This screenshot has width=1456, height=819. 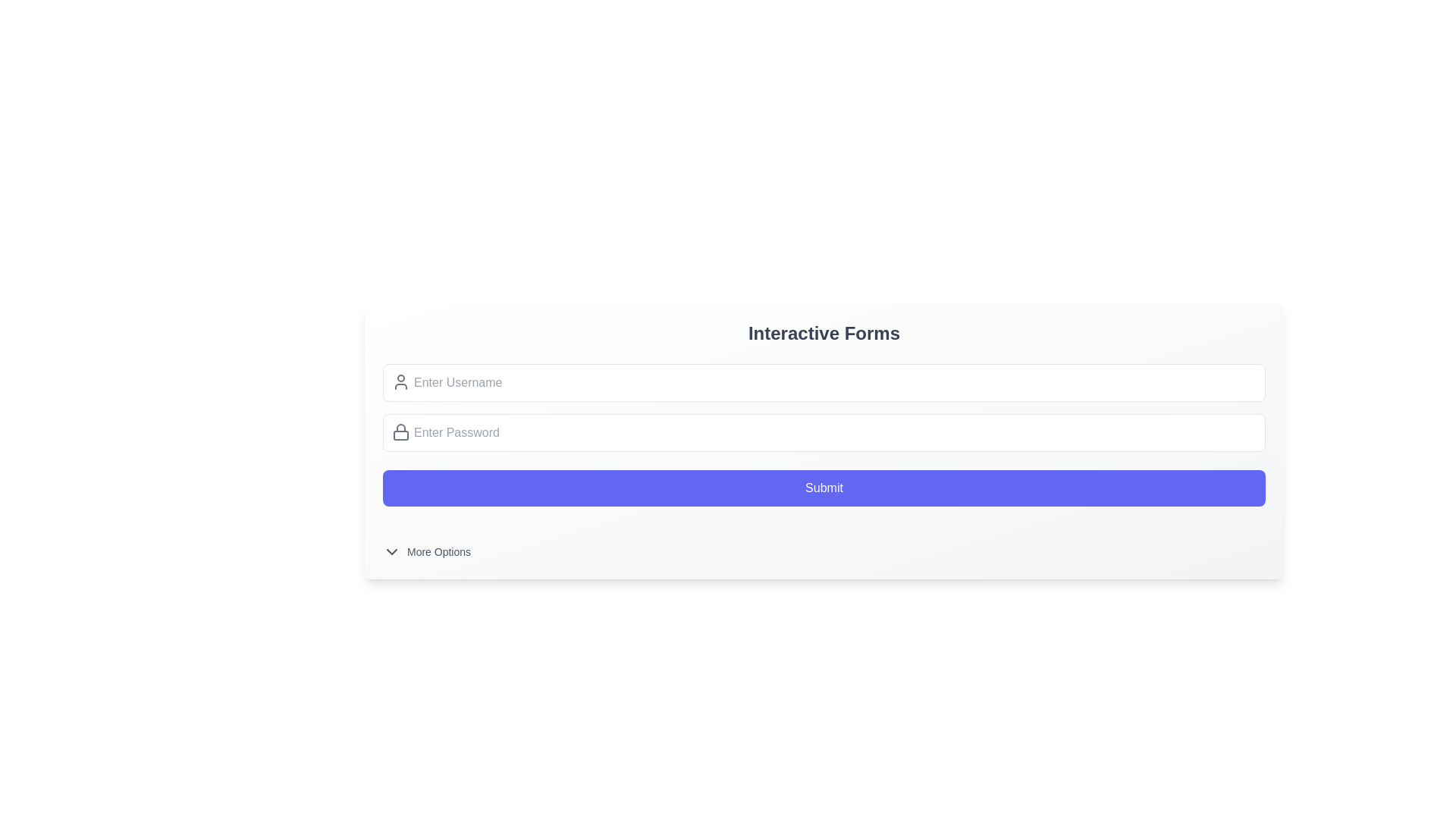 What do you see at coordinates (400, 432) in the screenshot?
I see `the password input icon located to the left of the 'Enter Password' text input field to visually indicate that the field is for password input` at bounding box center [400, 432].